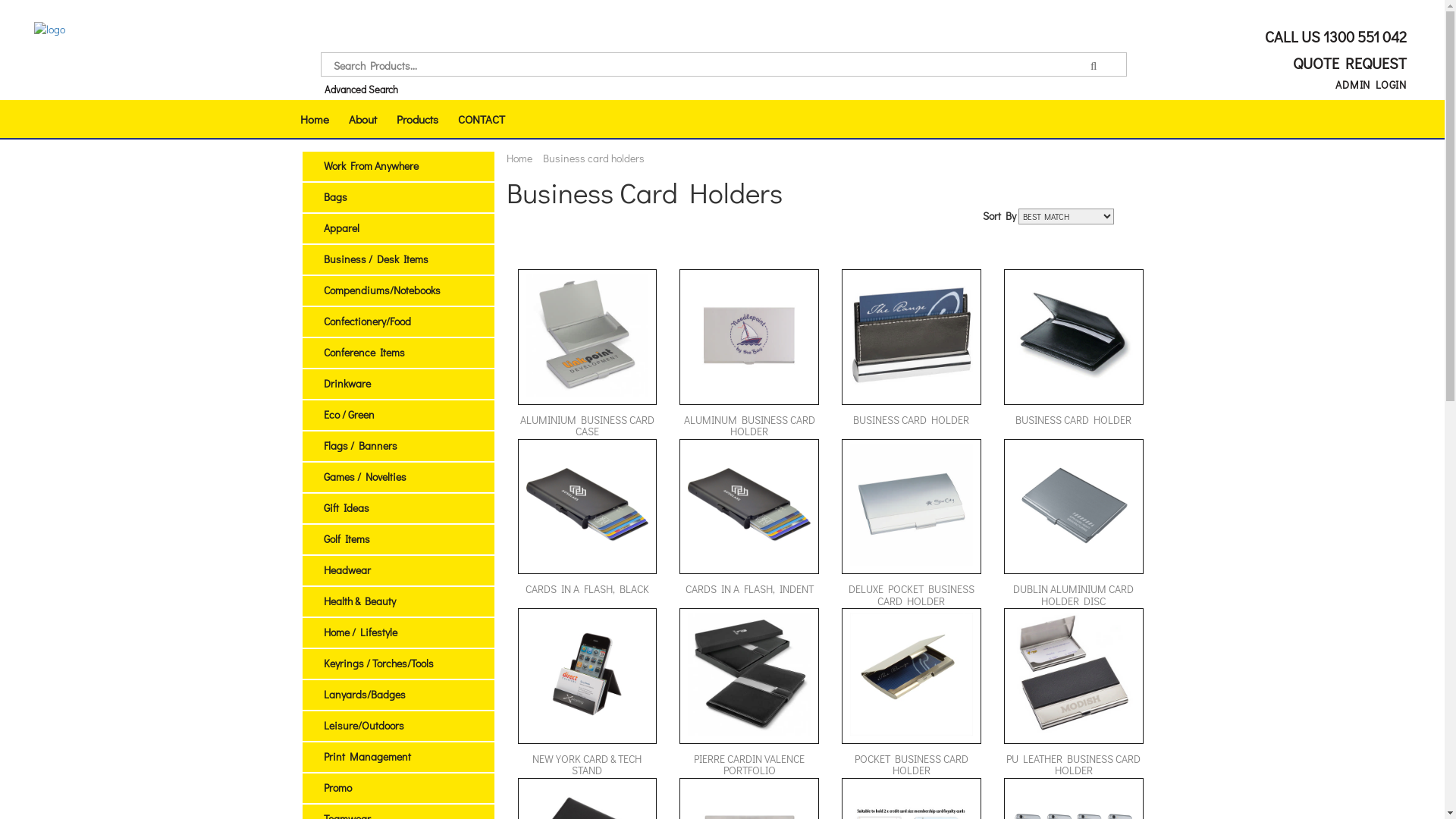  I want to click on 'About', so click(361, 118).